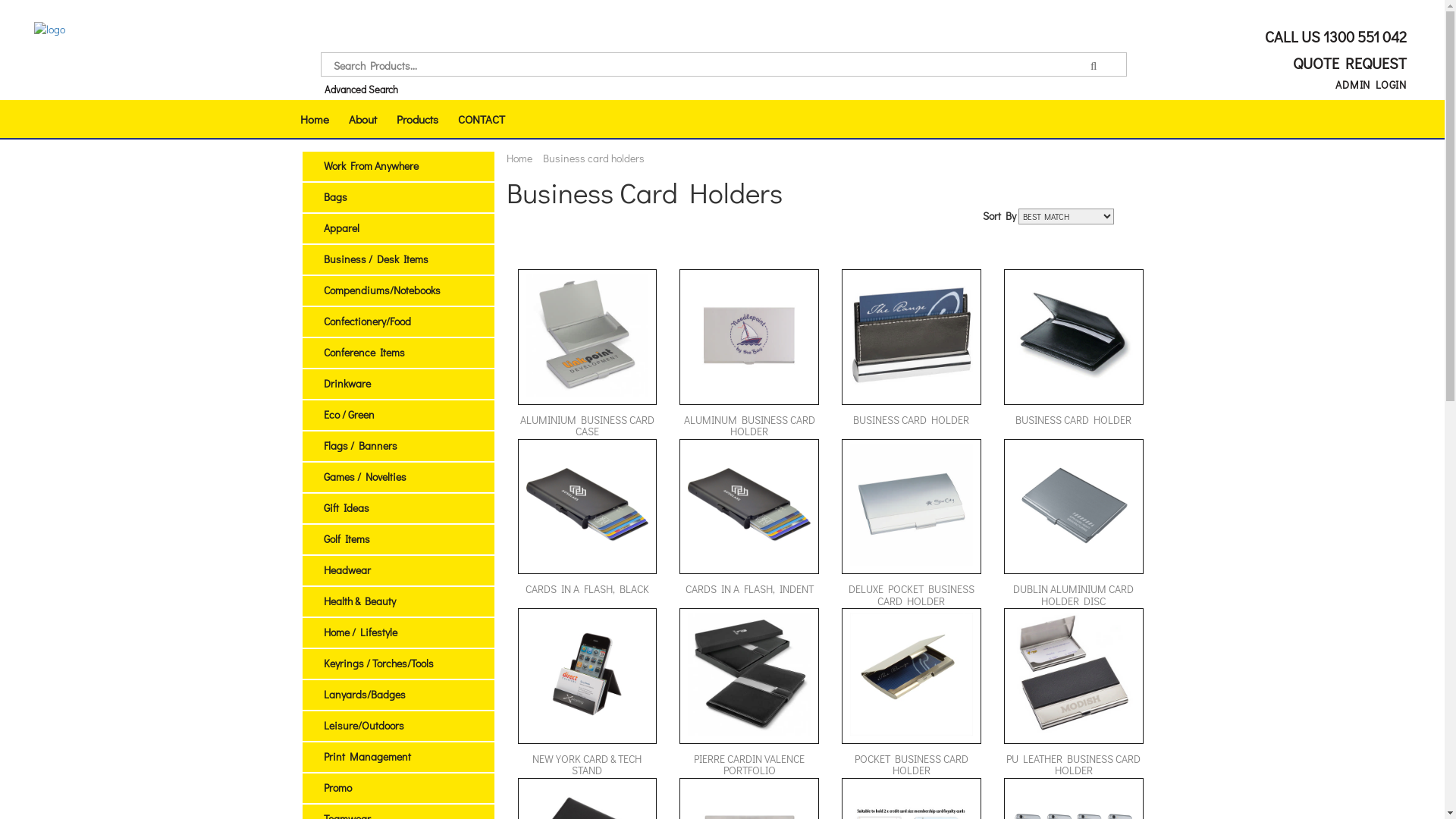  I want to click on 'About', so click(361, 118).